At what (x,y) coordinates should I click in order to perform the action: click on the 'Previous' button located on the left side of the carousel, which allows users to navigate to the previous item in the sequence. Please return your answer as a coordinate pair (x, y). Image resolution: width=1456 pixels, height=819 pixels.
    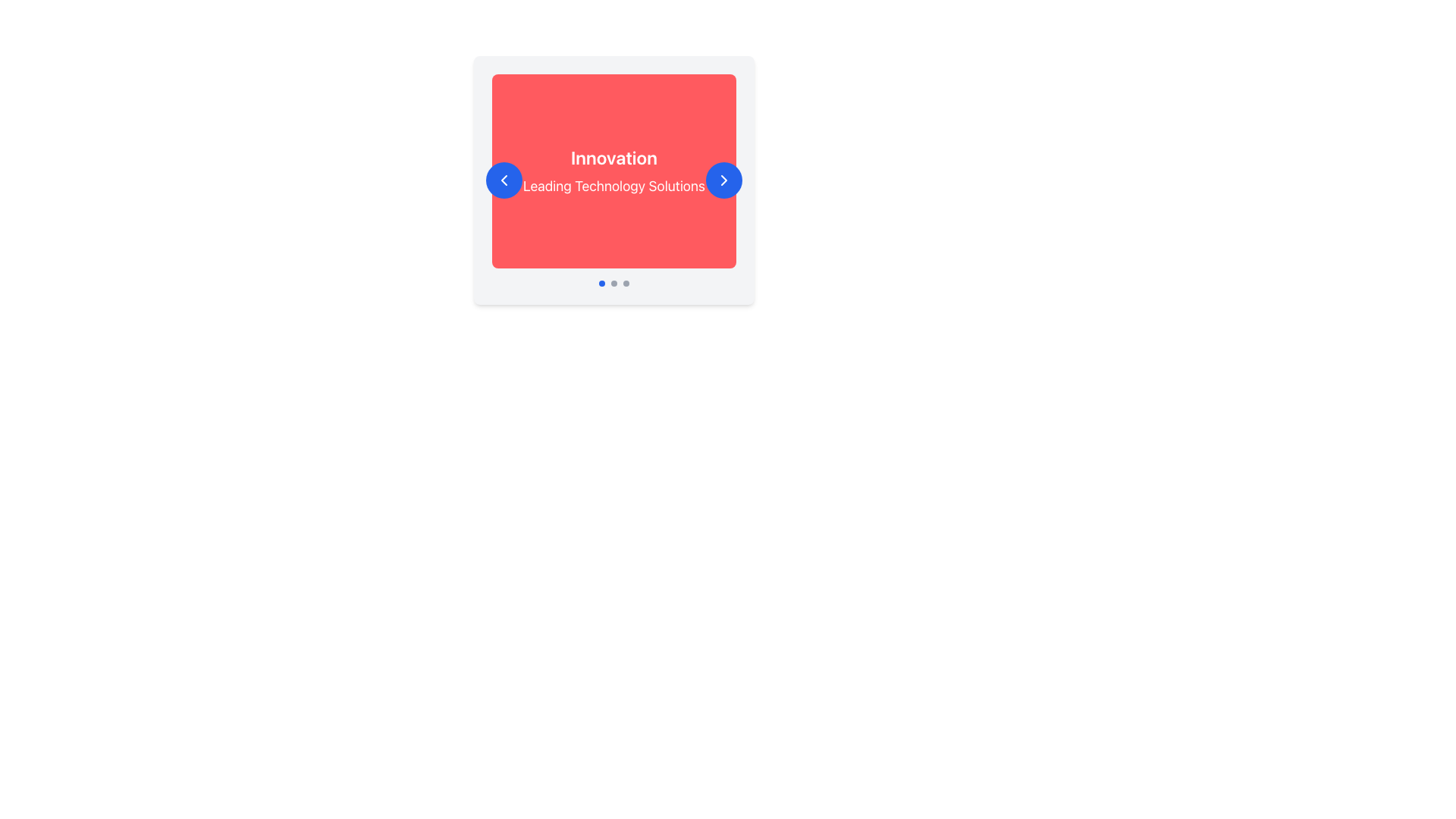
    Looking at the image, I should click on (504, 180).